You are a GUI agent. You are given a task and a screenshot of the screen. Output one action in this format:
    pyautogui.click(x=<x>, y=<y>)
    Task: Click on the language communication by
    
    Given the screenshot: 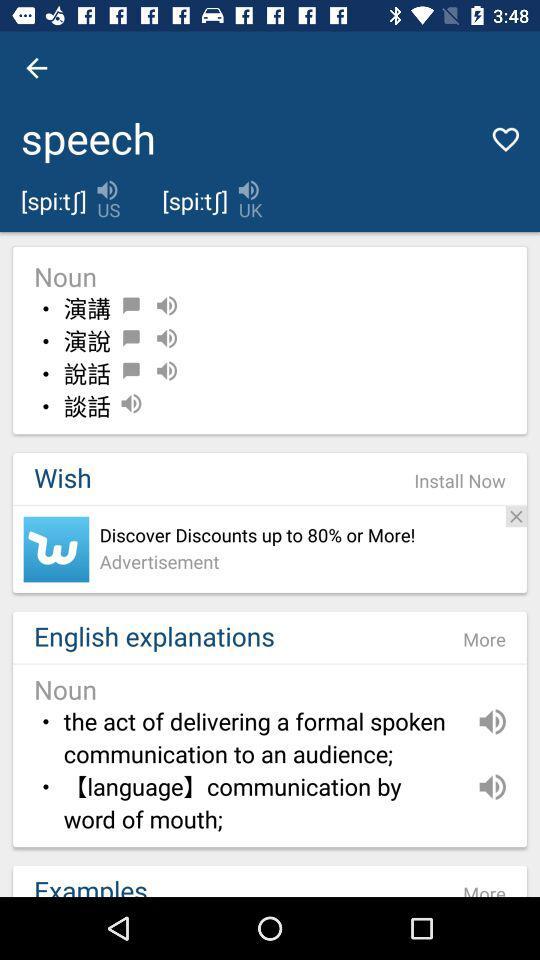 What is the action you would take?
    pyautogui.click(x=261, y=804)
    